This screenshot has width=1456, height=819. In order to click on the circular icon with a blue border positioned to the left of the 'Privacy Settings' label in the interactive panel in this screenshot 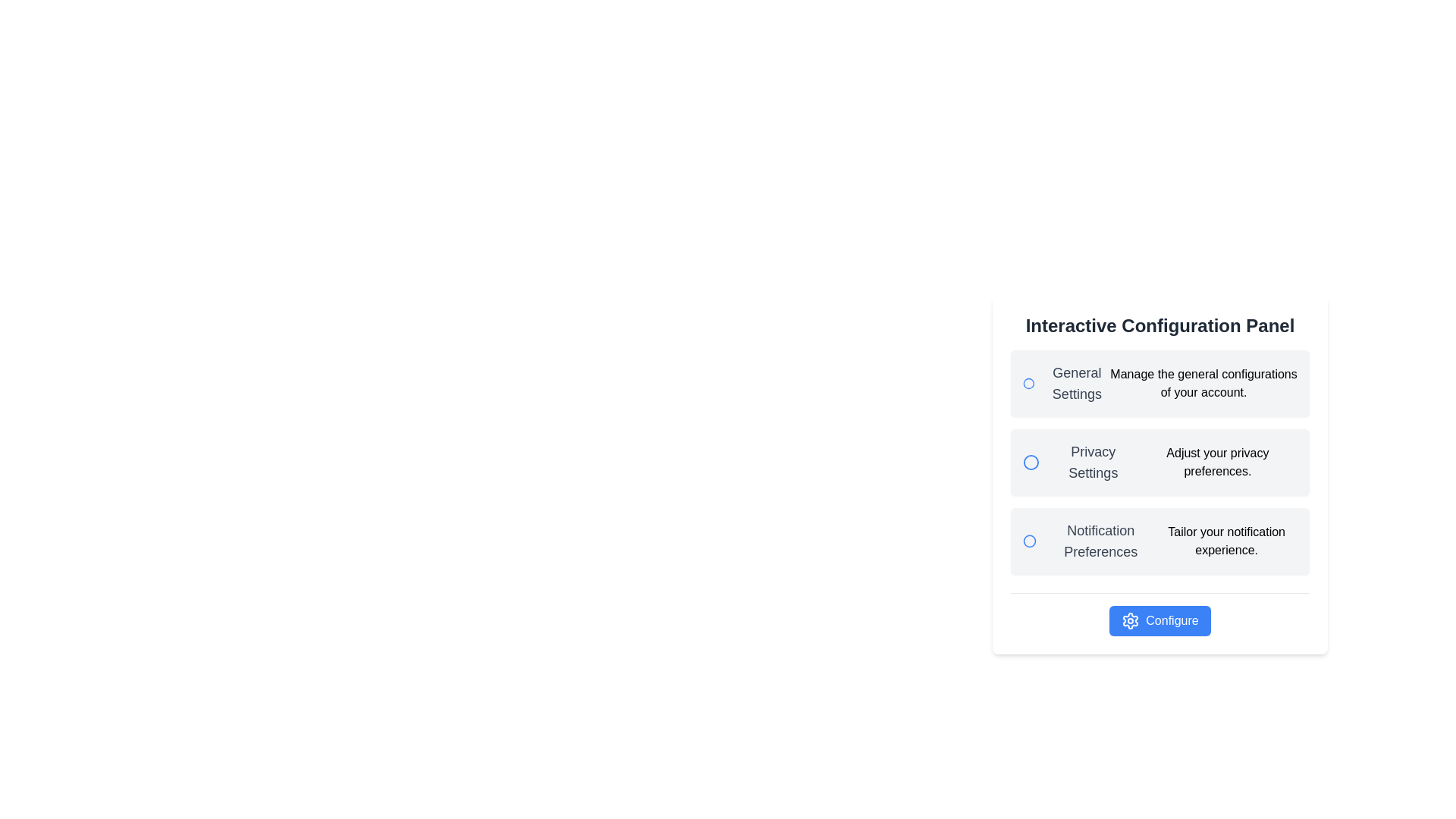, I will do `click(1031, 461)`.